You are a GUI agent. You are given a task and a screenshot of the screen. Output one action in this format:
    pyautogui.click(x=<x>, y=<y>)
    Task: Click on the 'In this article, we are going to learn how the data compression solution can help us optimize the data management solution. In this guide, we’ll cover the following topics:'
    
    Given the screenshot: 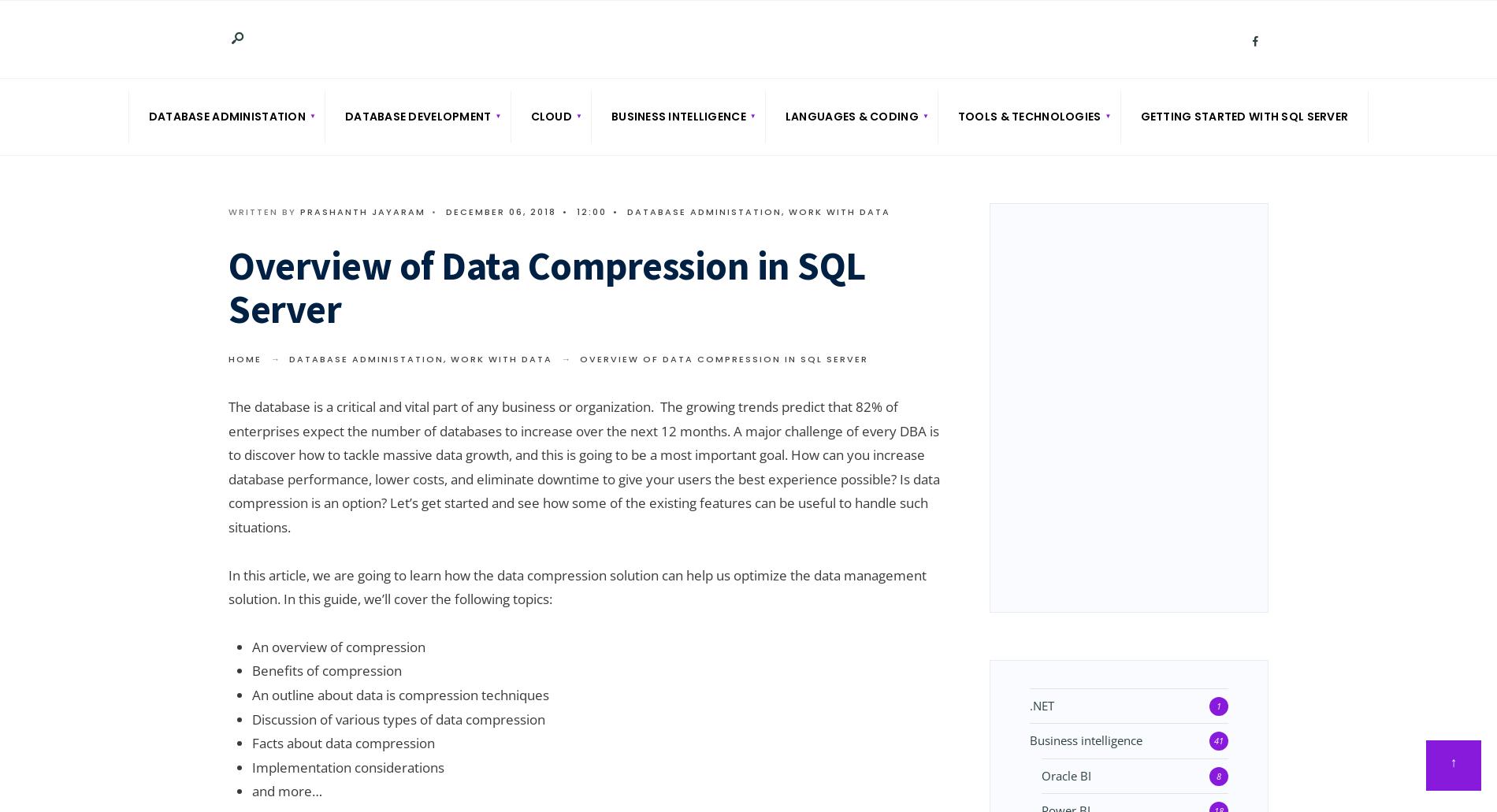 What is the action you would take?
    pyautogui.click(x=577, y=586)
    